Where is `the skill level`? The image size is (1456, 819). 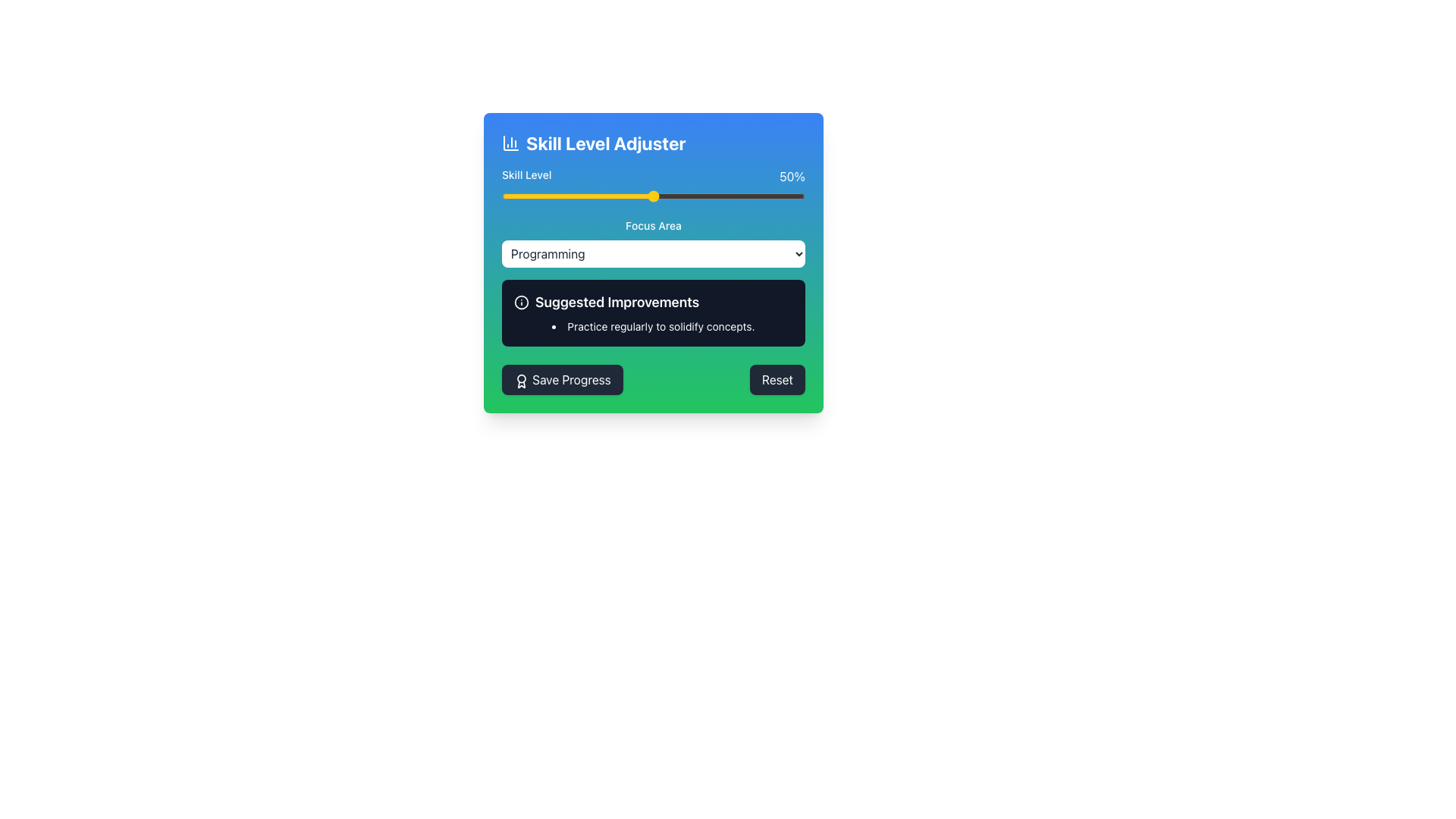 the skill level is located at coordinates (580, 195).